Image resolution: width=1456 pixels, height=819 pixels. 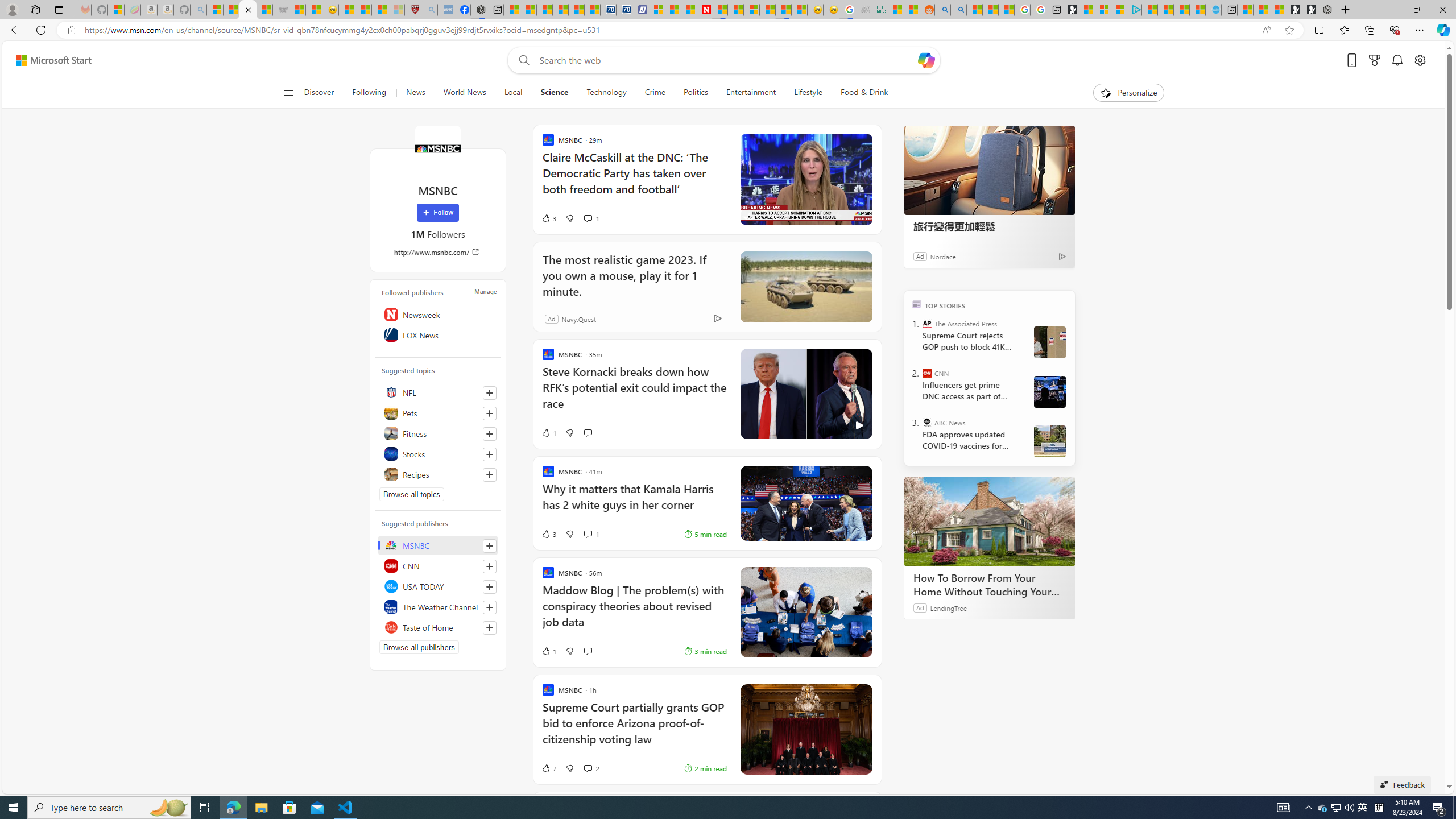 What do you see at coordinates (606, 92) in the screenshot?
I see `'Technology'` at bounding box center [606, 92].